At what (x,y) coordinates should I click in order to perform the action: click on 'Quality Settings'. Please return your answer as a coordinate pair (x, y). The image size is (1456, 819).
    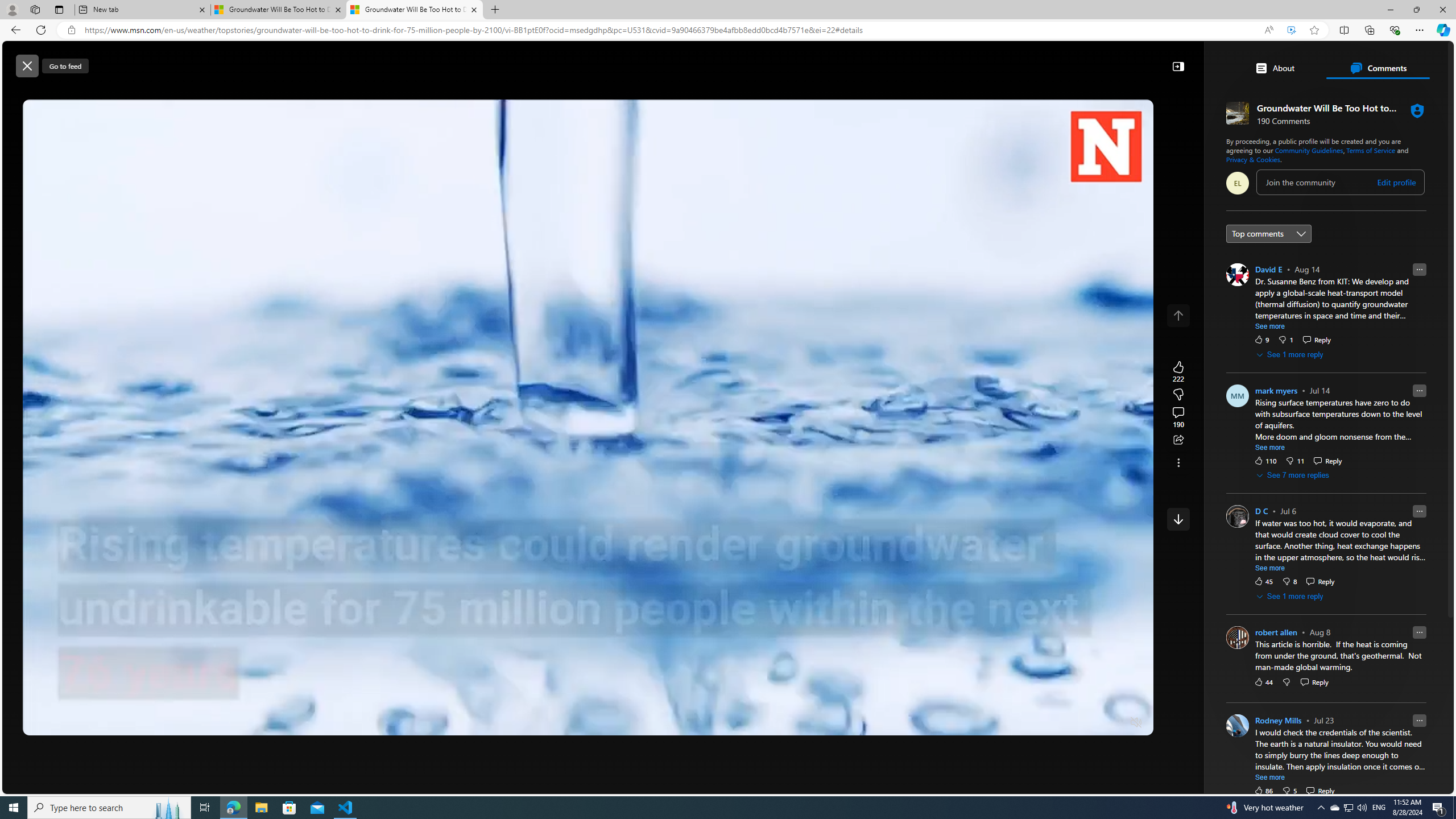
    Looking at the image, I should click on (1069, 723).